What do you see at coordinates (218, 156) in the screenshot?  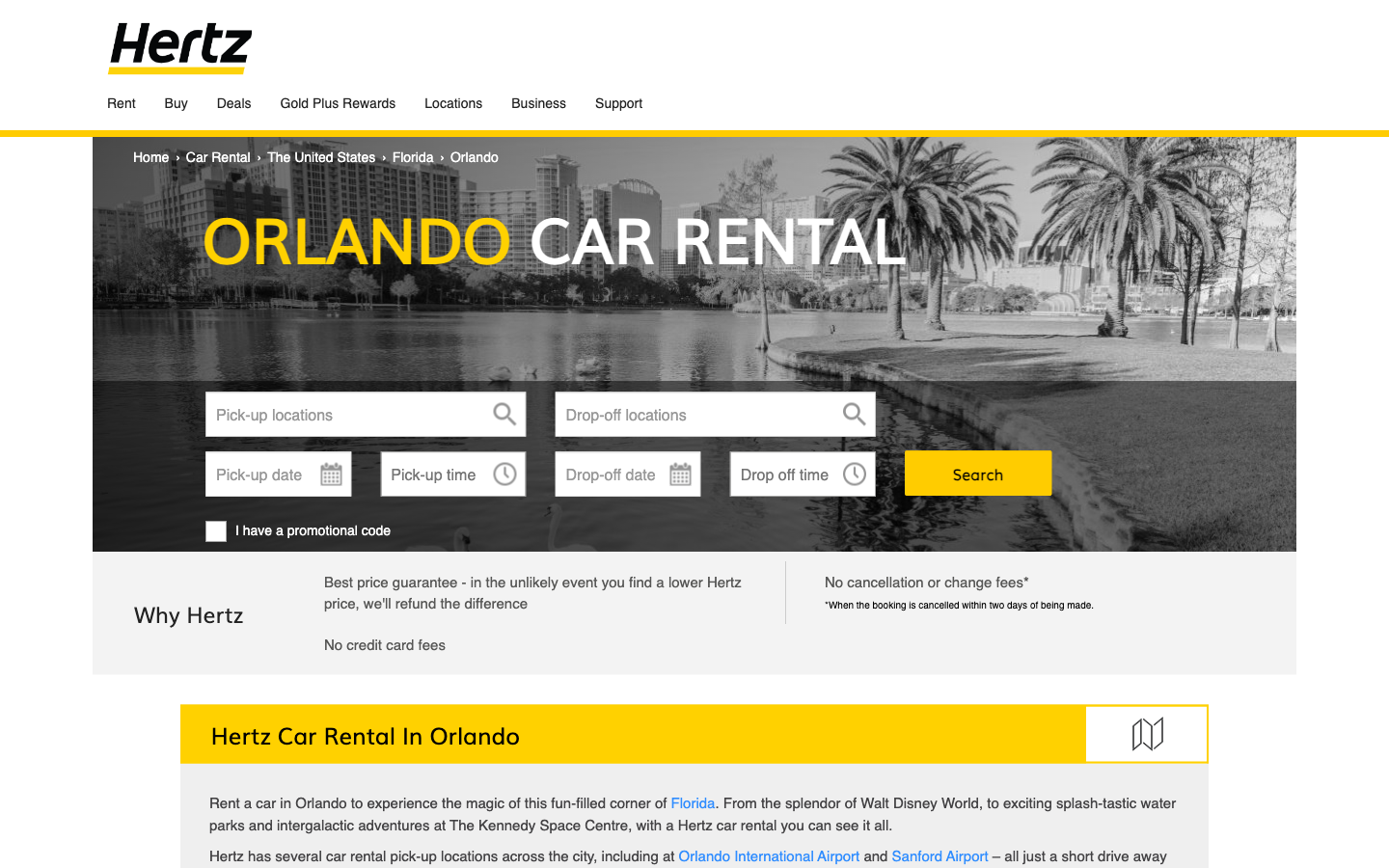 I see `Go to the car rental feature` at bounding box center [218, 156].